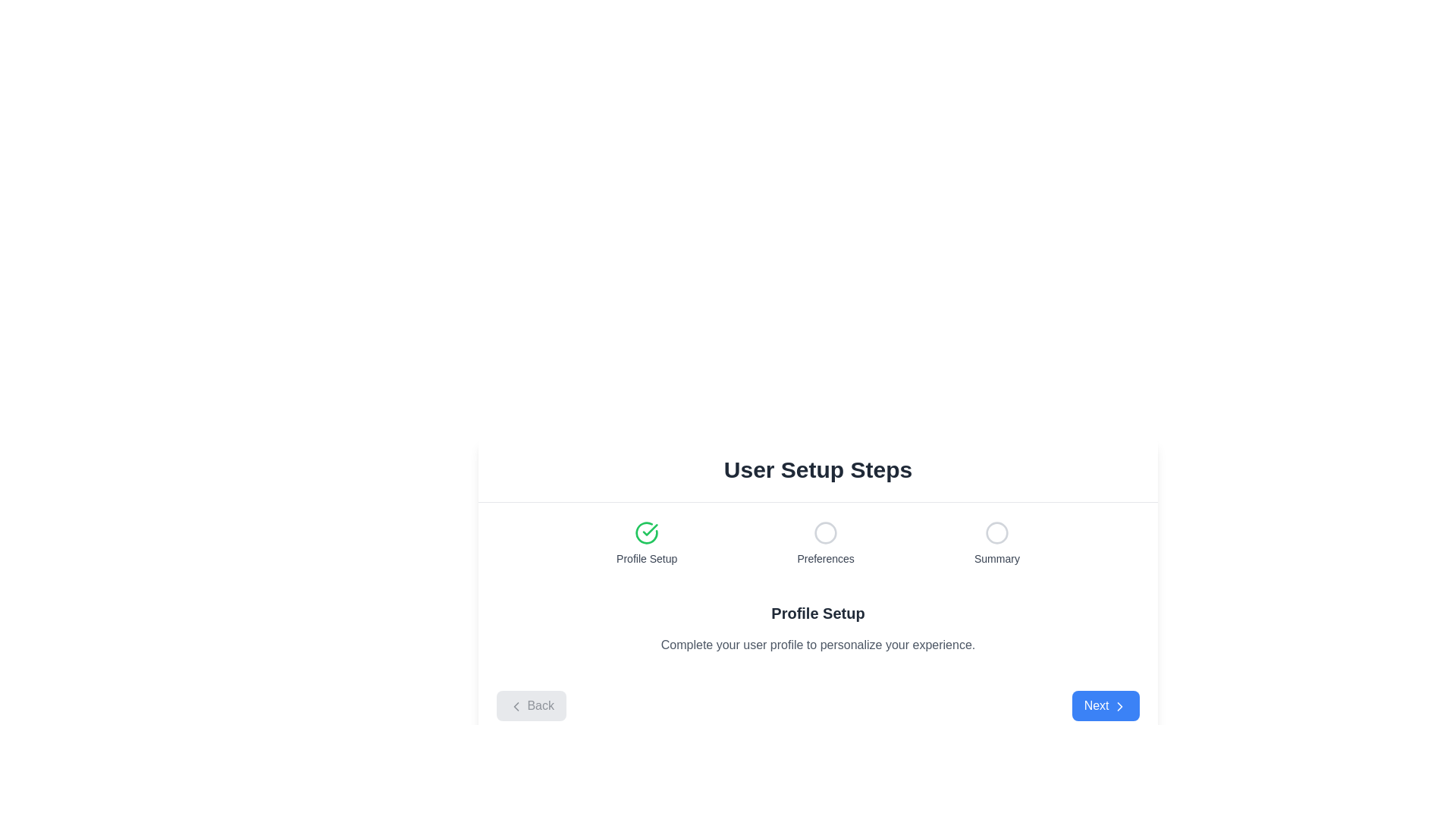 The width and height of the screenshot is (1456, 819). Describe the element at coordinates (997, 558) in the screenshot. I see `the 'Summary' label in the third step of the horizontal progress stepper, which is located centrally below the circular placeholder icon` at that location.